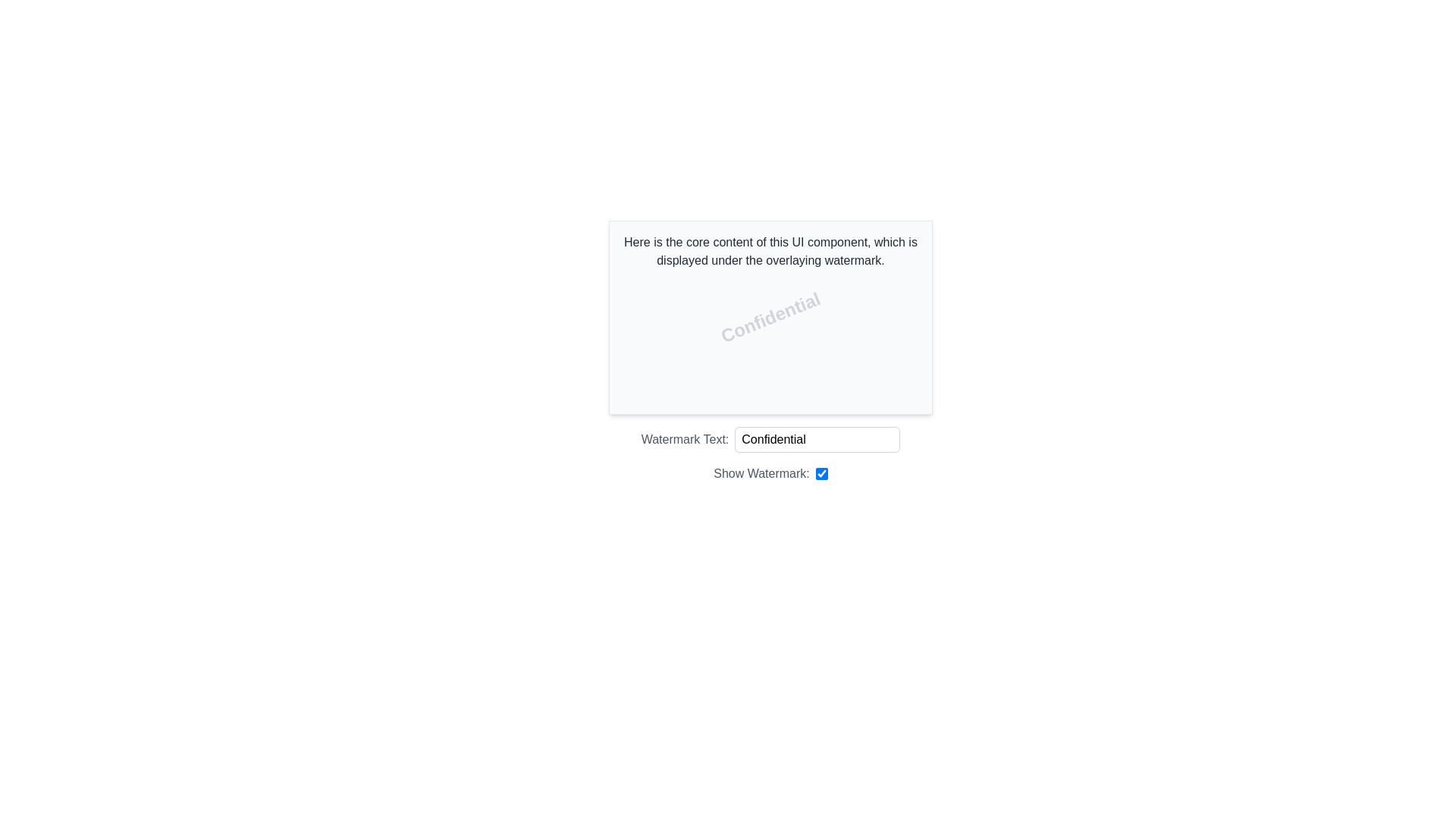 The image size is (1456, 819). What do you see at coordinates (821, 472) in the screenshot?
I see `the checkbox near the bottom of the page` at bounding box center [821, 472].